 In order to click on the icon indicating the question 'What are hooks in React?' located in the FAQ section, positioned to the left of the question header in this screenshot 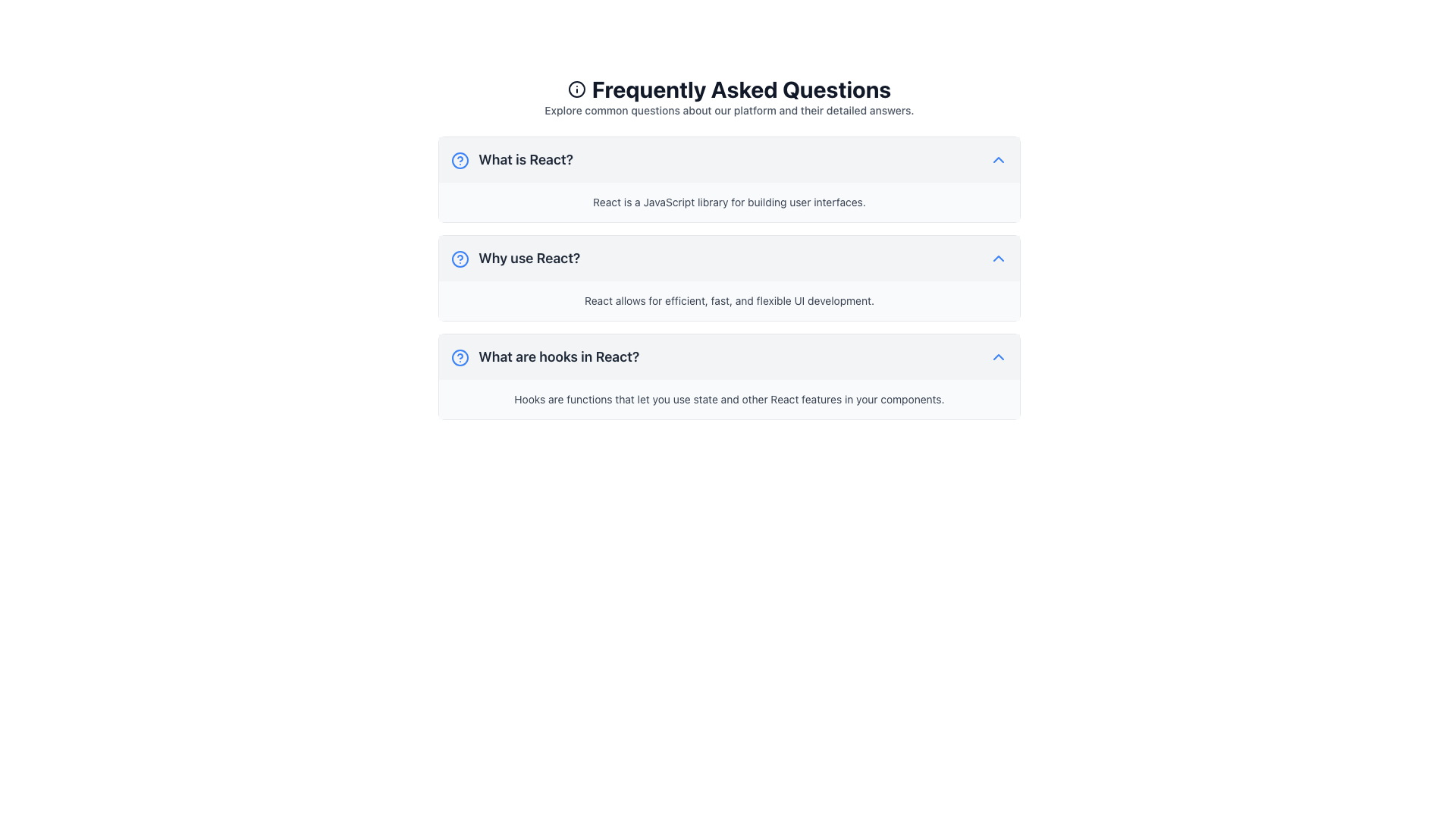, I will do `click(459, 357)`.